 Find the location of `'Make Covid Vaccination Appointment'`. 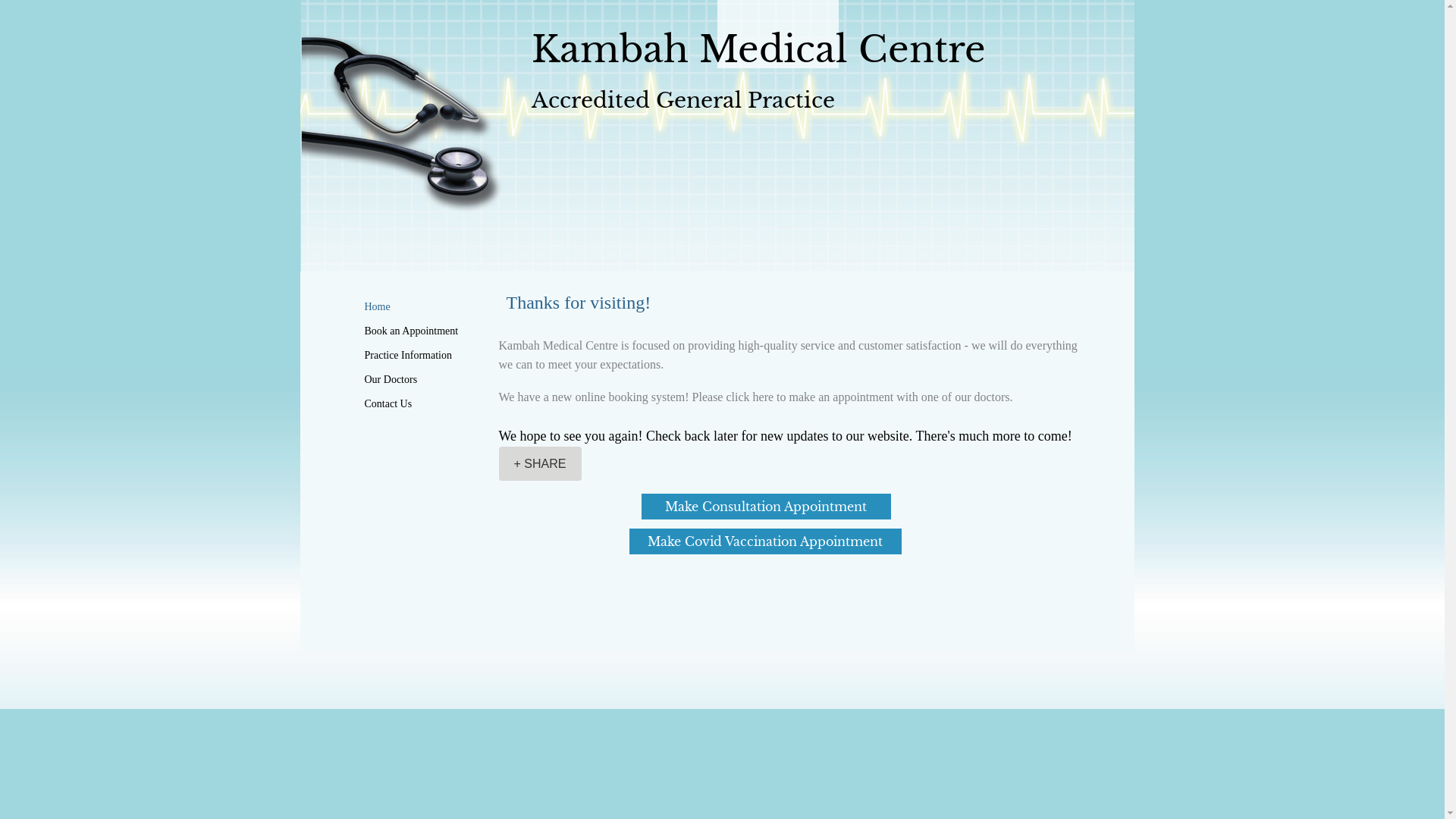

'Make Covid Vaccination Appointment' is located at coordinates (765, 540).